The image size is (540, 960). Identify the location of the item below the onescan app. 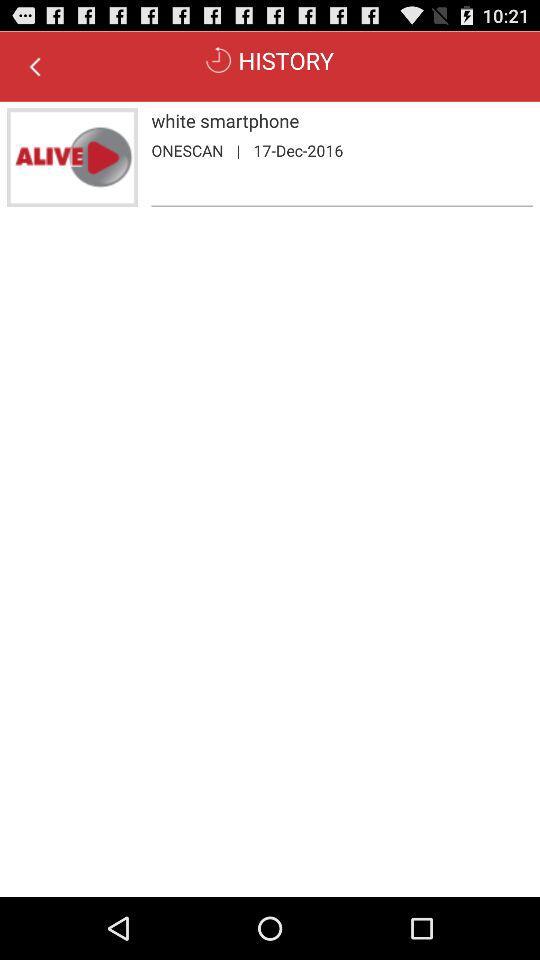
(341, 206).